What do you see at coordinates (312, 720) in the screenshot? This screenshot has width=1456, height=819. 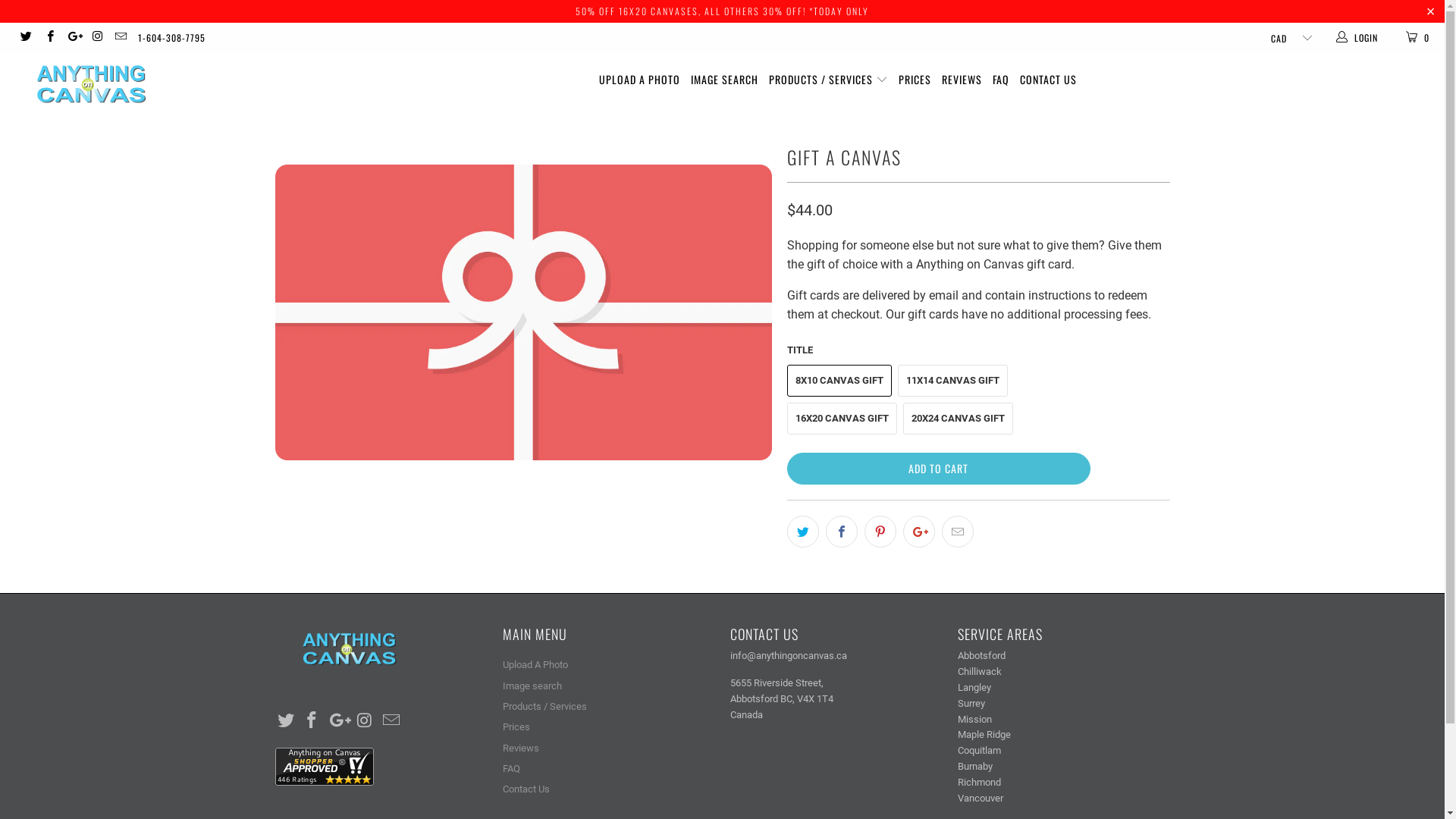 I see `'Anything on Canvas on Facebook'` at bounding box center [312, 720].